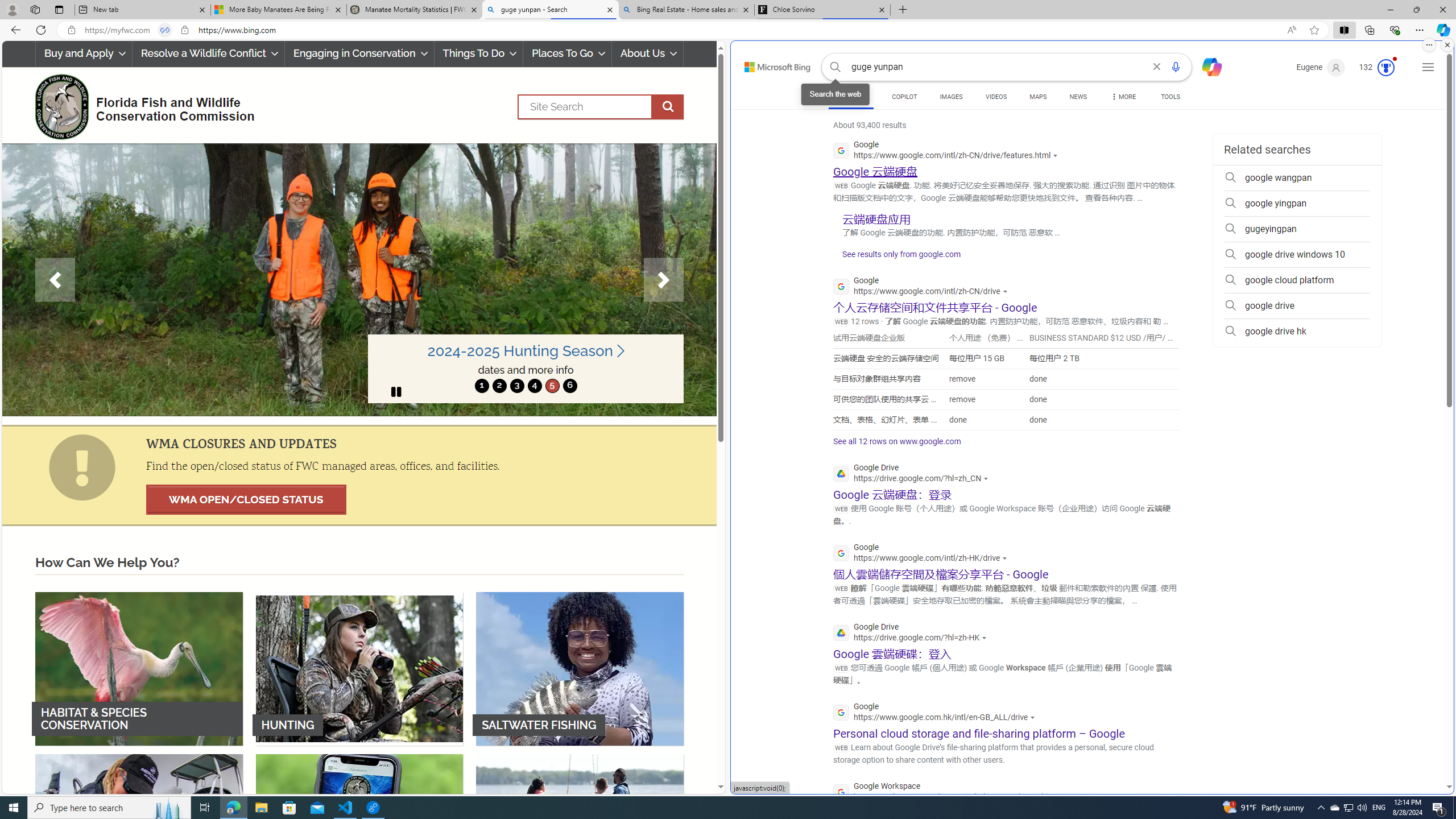 The image size is (1456, 819). I want to click on 'FWC Logo Florida Fish and Wildlife Conservation Commission', so click(139, 105).